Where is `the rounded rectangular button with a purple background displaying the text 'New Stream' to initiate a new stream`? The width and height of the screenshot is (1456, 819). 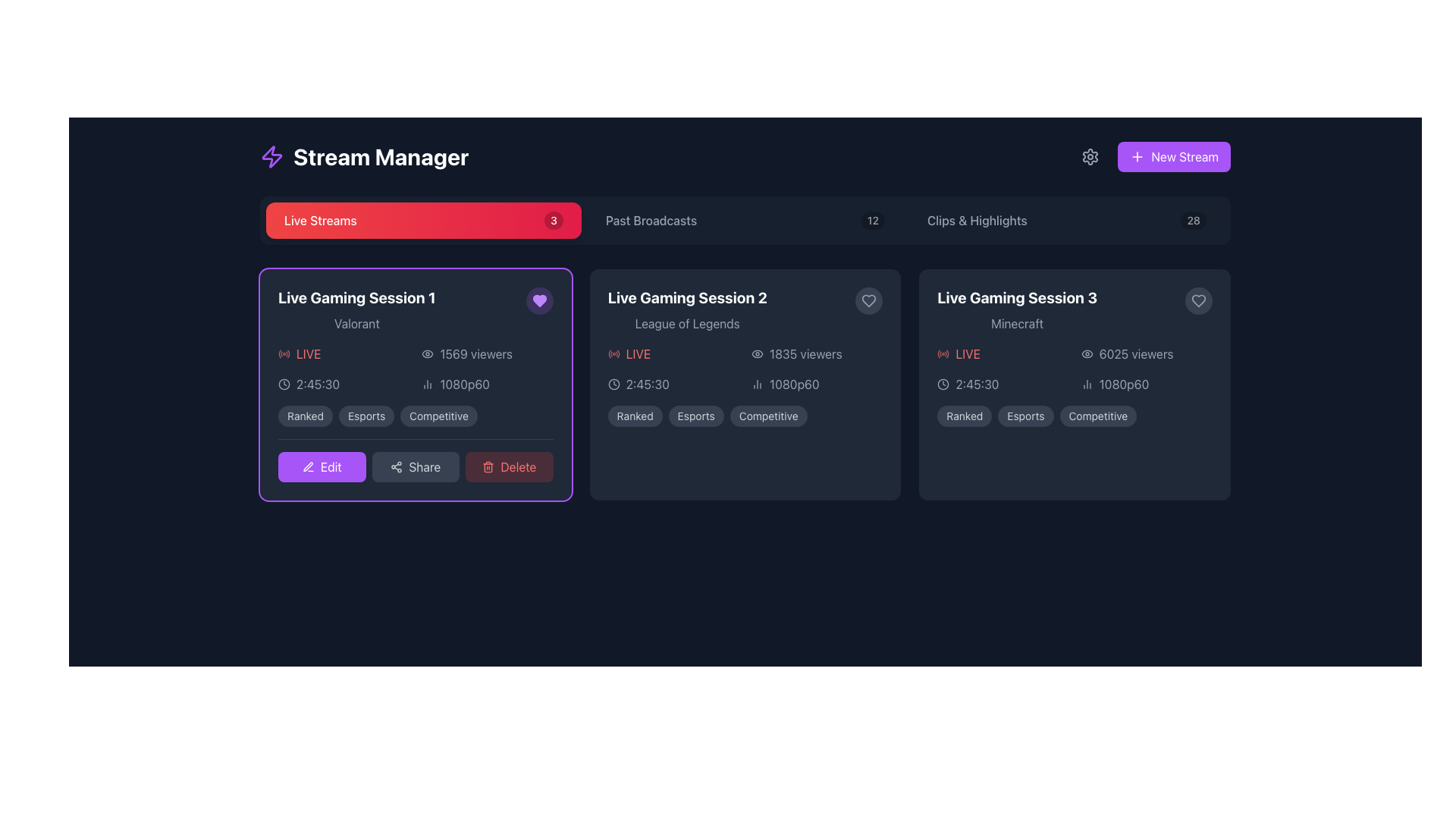 the rounded rectangular button with a purple background displaying the text 'New Stream' to initiate a new stream is located at coordinates (1153, 157).